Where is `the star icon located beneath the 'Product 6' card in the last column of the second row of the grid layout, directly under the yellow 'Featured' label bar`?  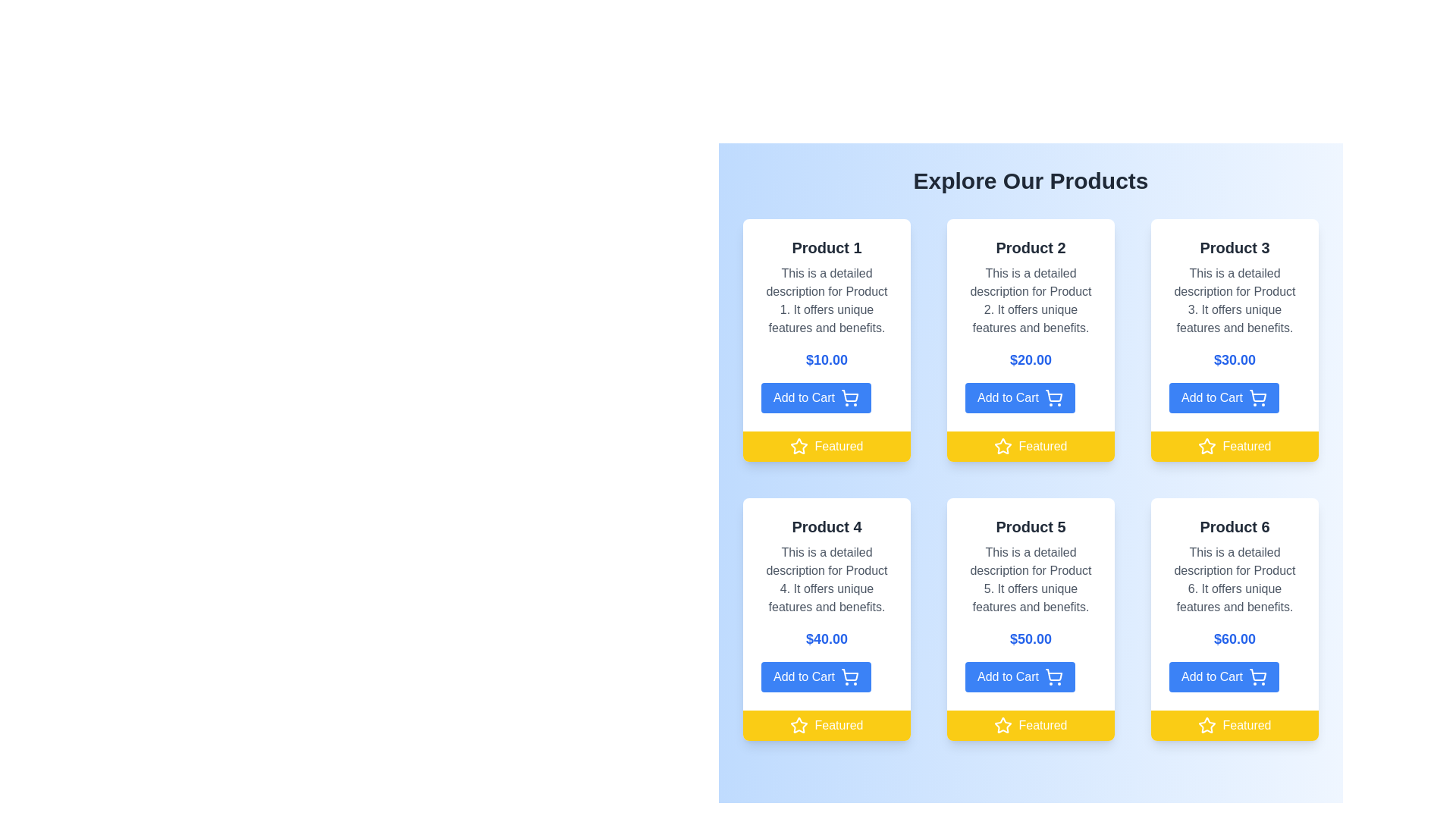 the star icon located beneath the 'Product 6' card in the last column of the second row of the grid layout, directly under the yellow 'Featured' label bar is located at coordinates (1207, 724).